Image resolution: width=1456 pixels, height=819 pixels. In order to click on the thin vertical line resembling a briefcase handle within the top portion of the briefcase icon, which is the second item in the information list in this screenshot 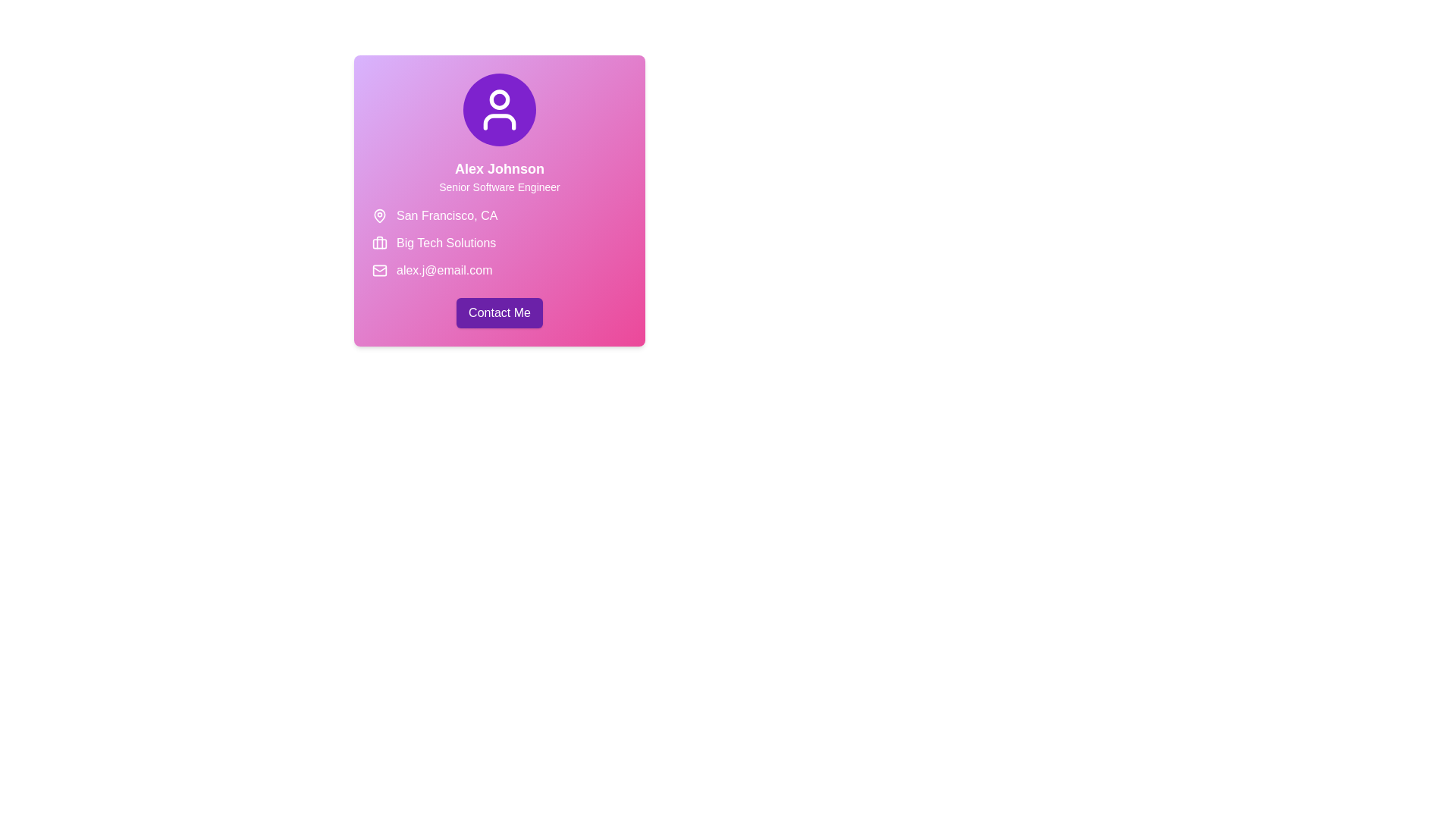, I will do `click(379, 242)`.